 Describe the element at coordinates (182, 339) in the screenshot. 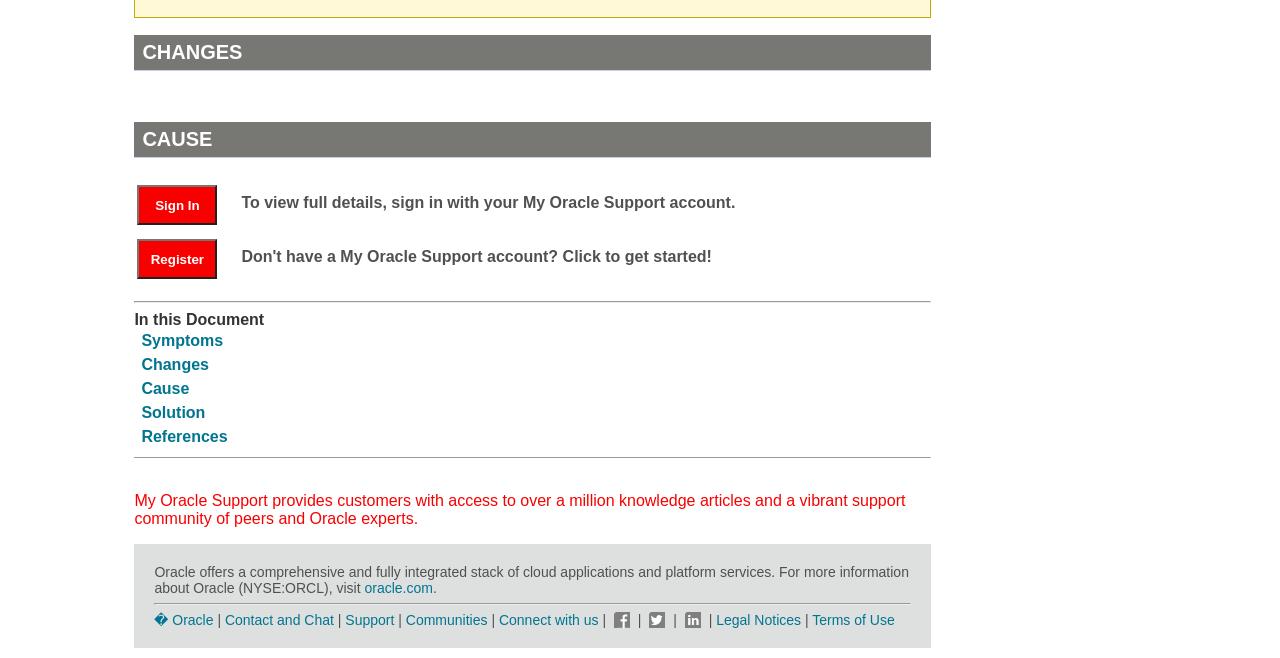

I see `'Symptoms'` at that location.